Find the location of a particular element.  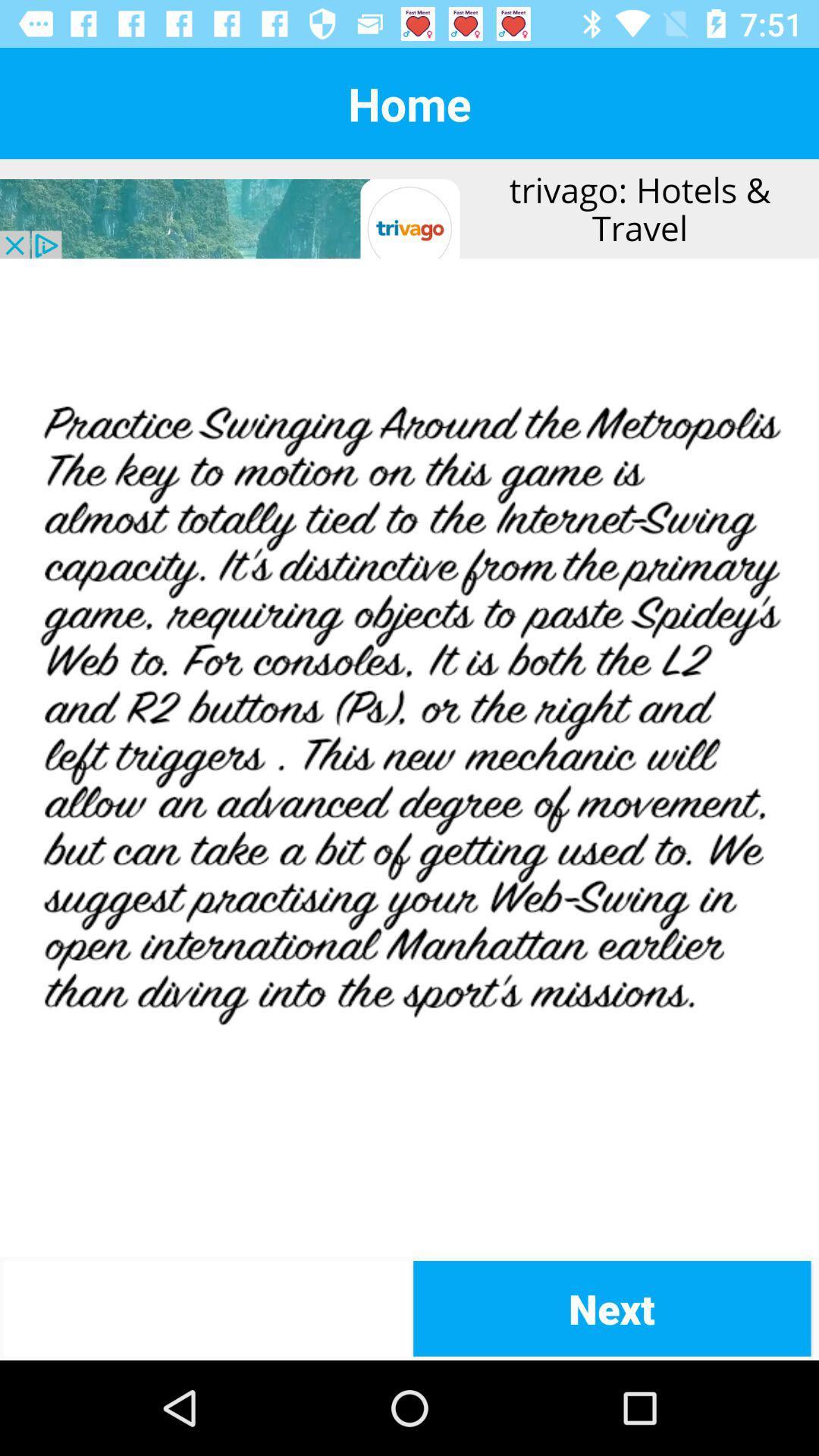

advertisement box is located at coordinates (409, 208).